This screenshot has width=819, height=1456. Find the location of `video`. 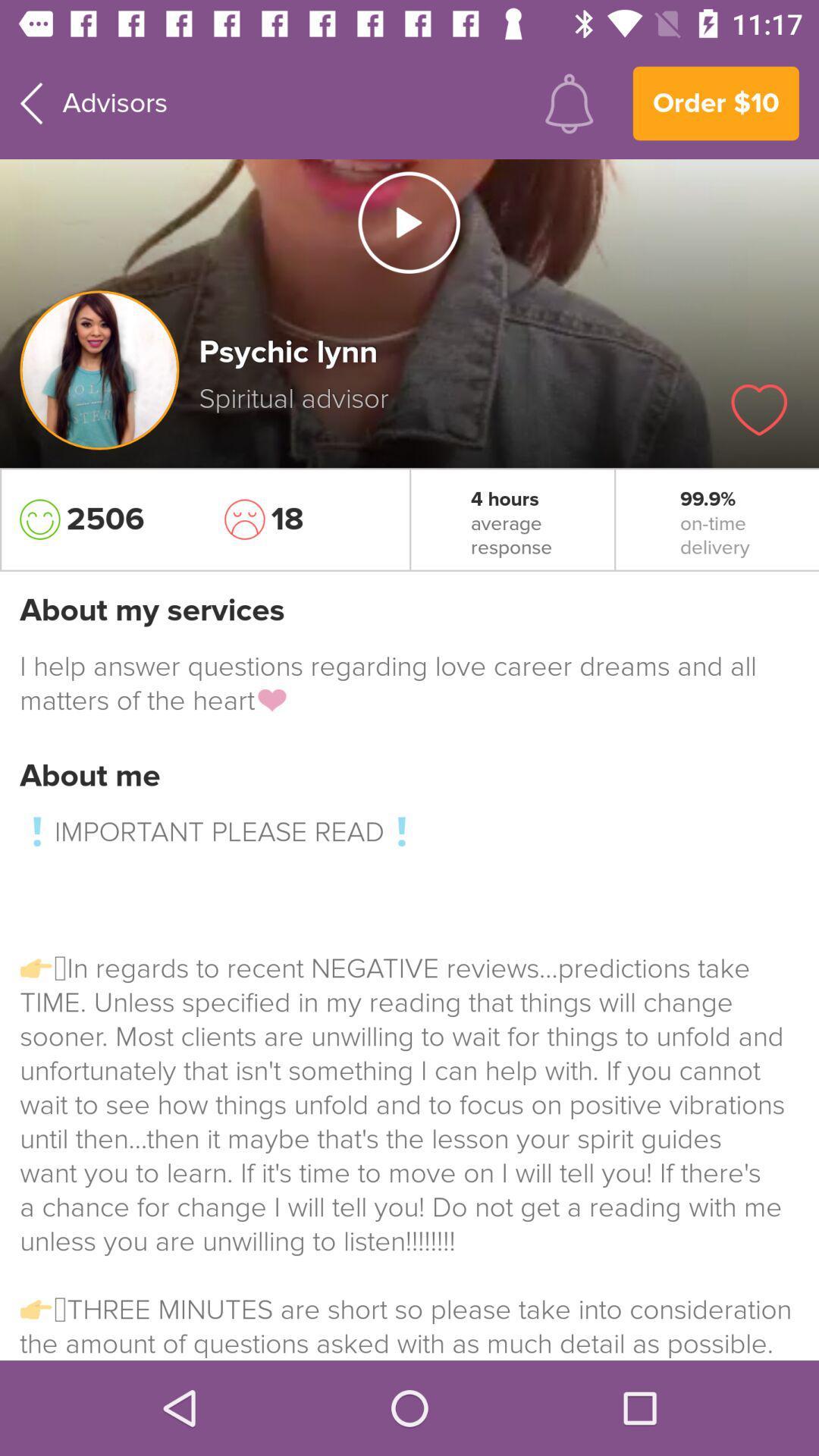

video is located at coordinates (408, 221).